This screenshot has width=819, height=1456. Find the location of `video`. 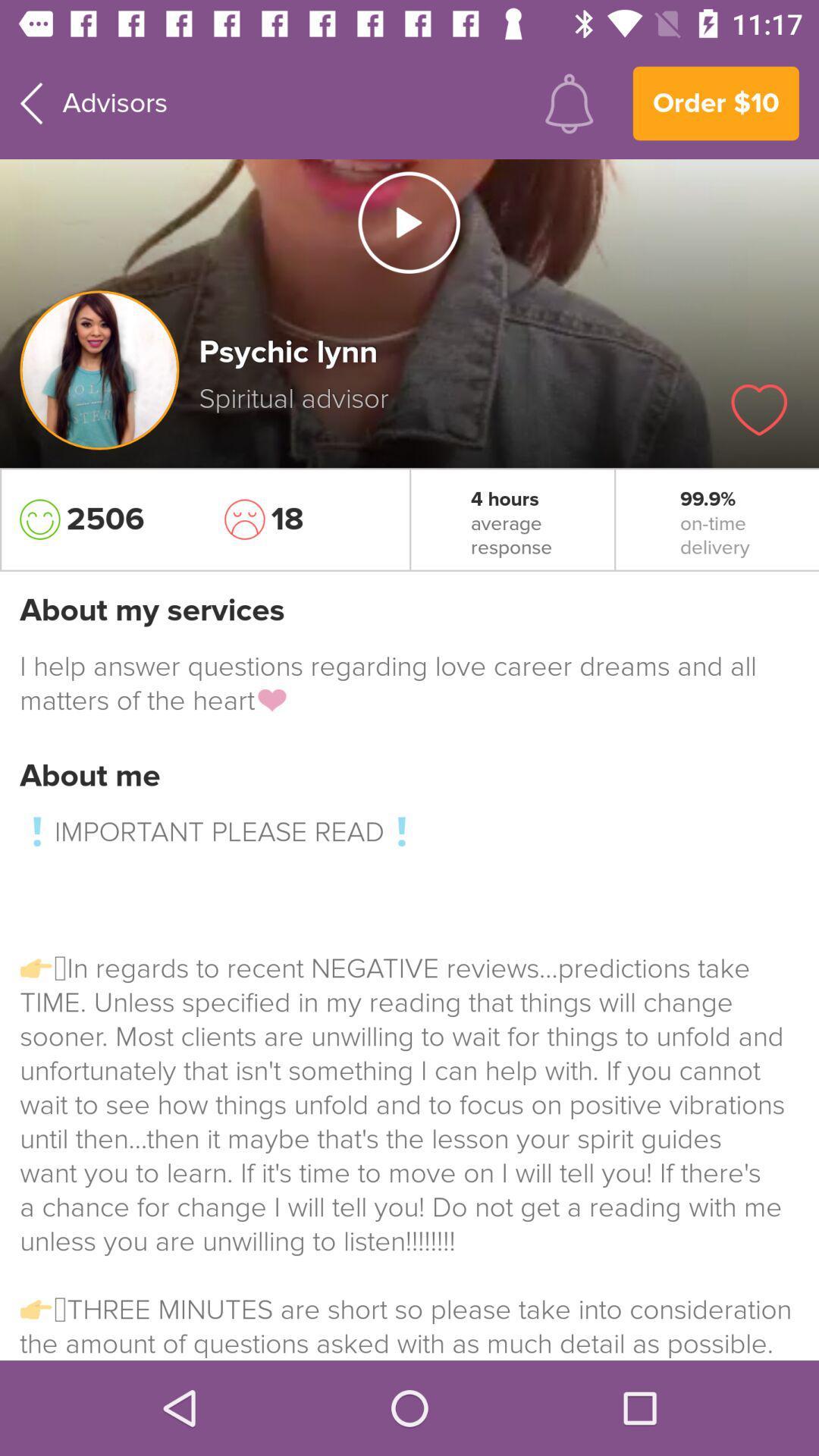

video is located at coordinates (408, 221).